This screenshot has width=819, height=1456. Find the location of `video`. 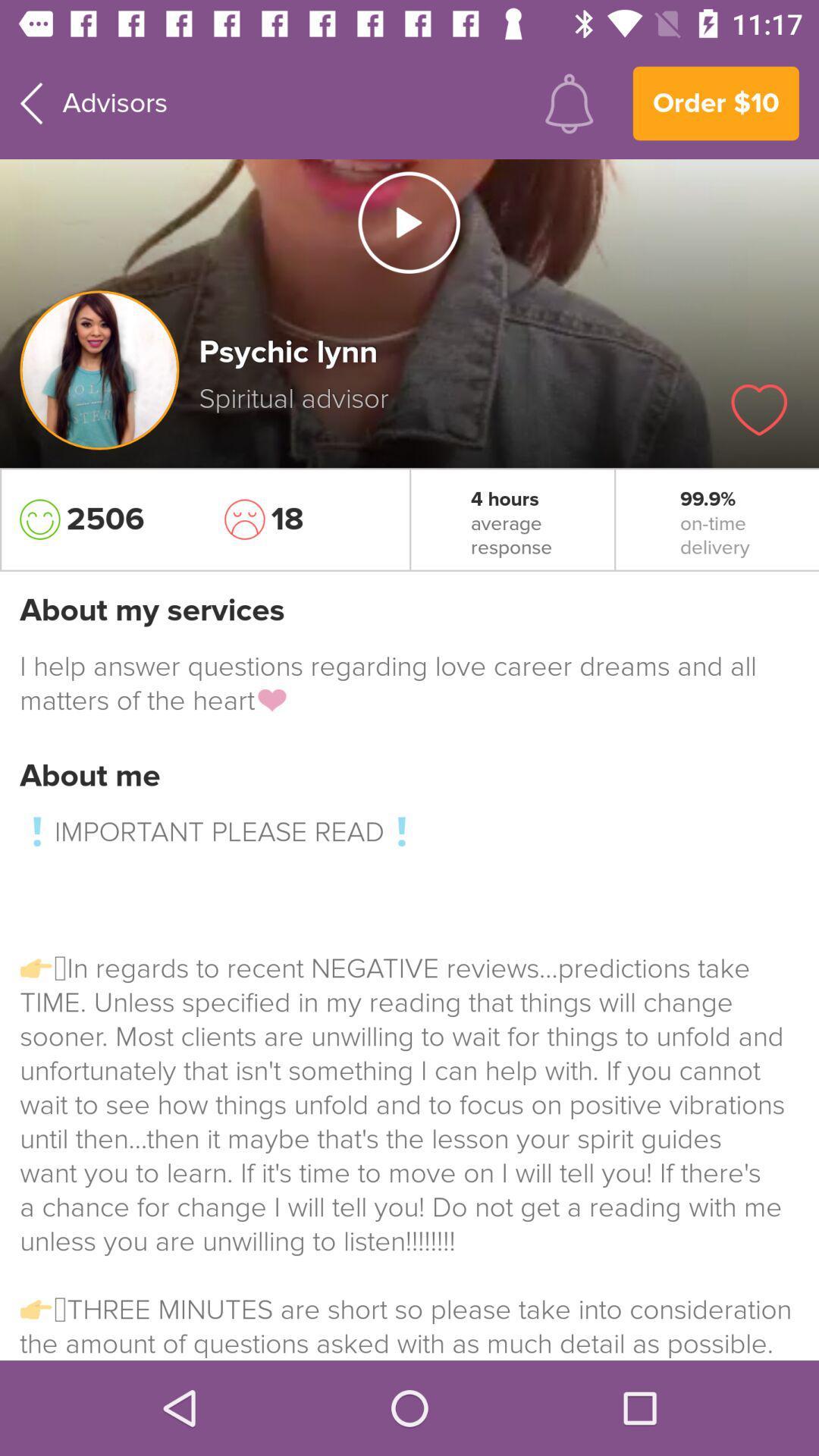

video is located at coordinates (408, 221).